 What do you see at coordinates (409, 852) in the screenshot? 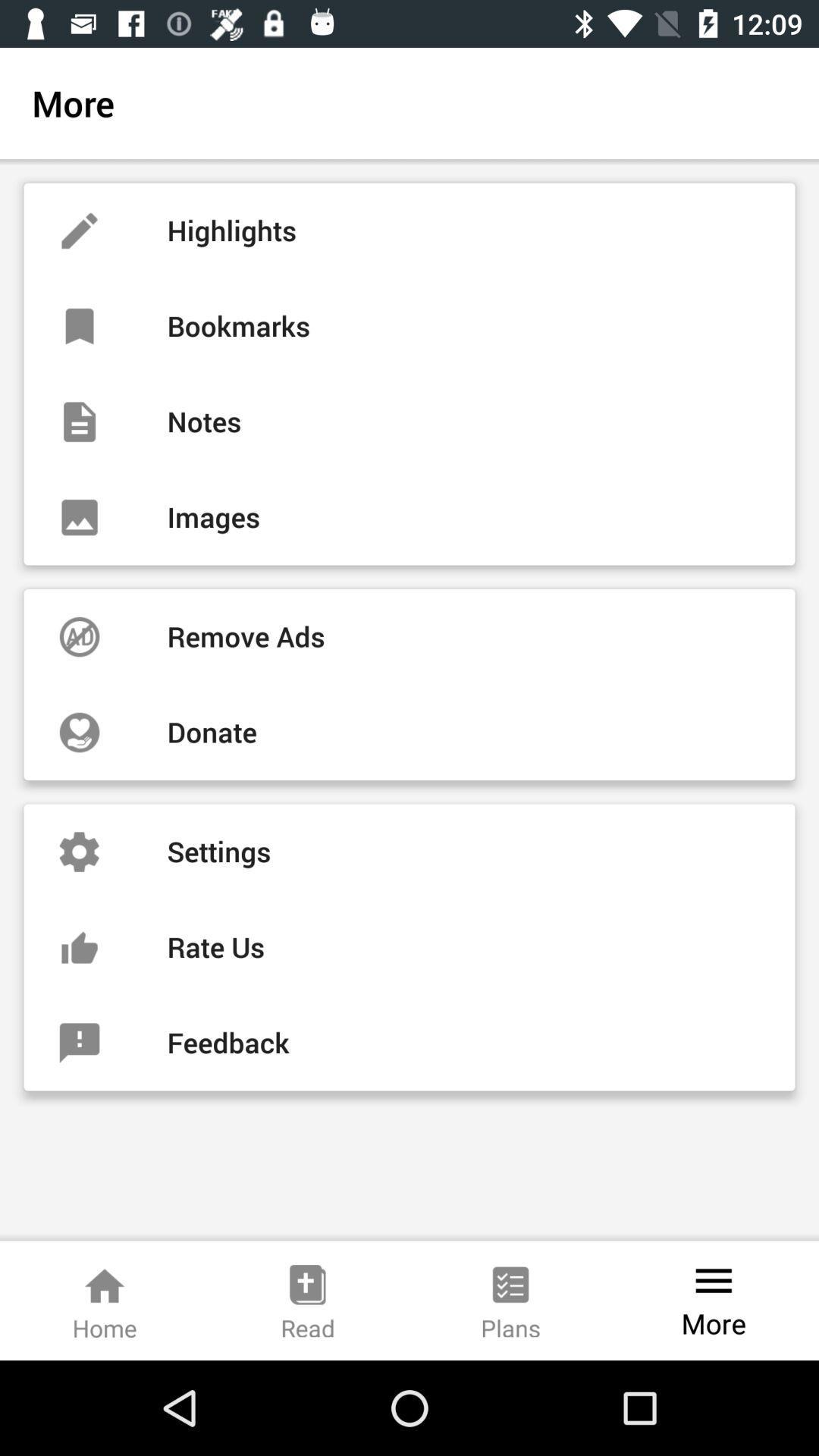
I see `item above the rate us item` at bounding box center [409, 852].